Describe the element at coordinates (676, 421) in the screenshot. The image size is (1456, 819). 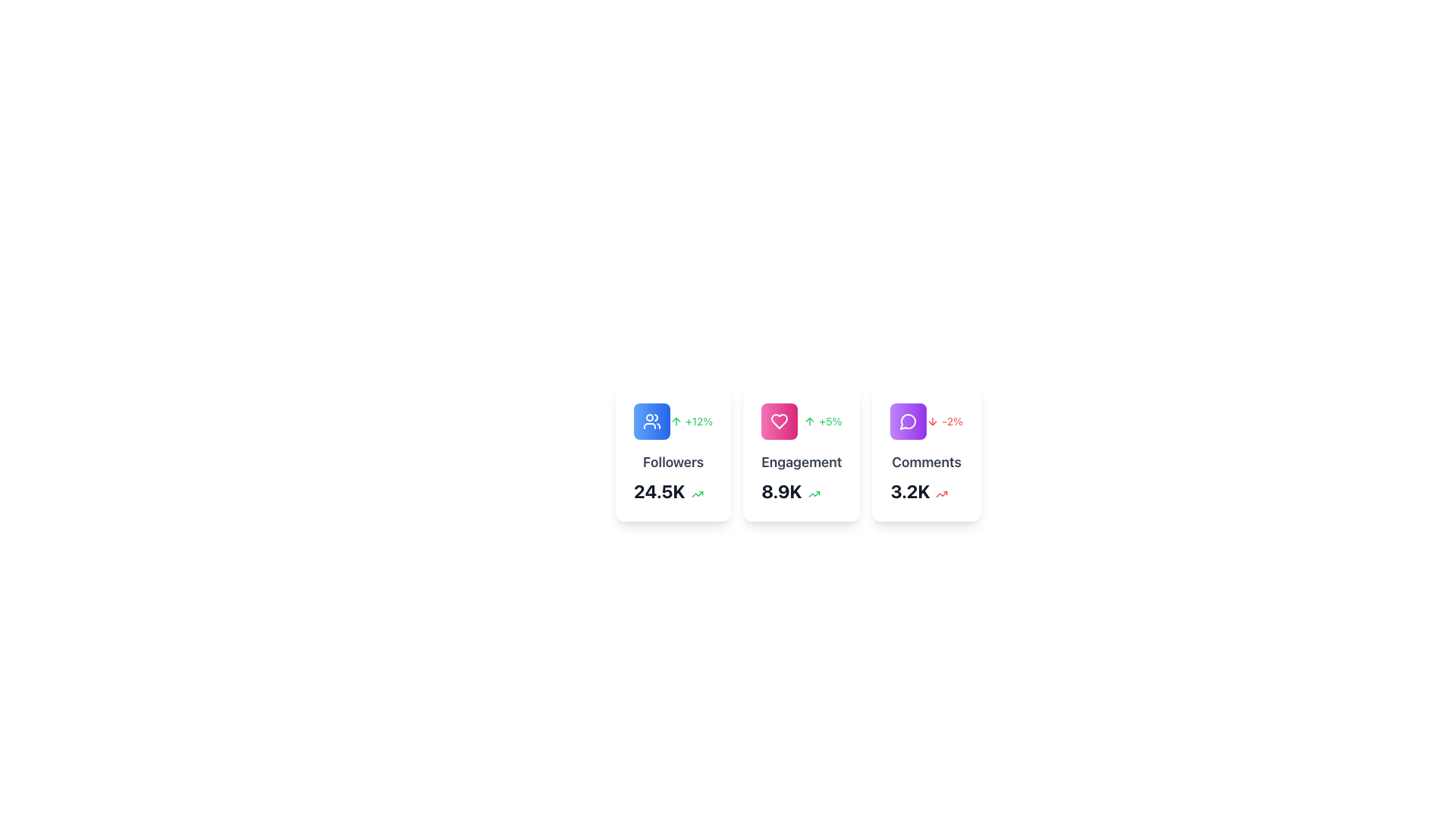
I see `the small upward green arrow icon located in the 'Followers' metrics panel, which indicates a positive trend and is positioned to the left of the '+12%' text` at that location.